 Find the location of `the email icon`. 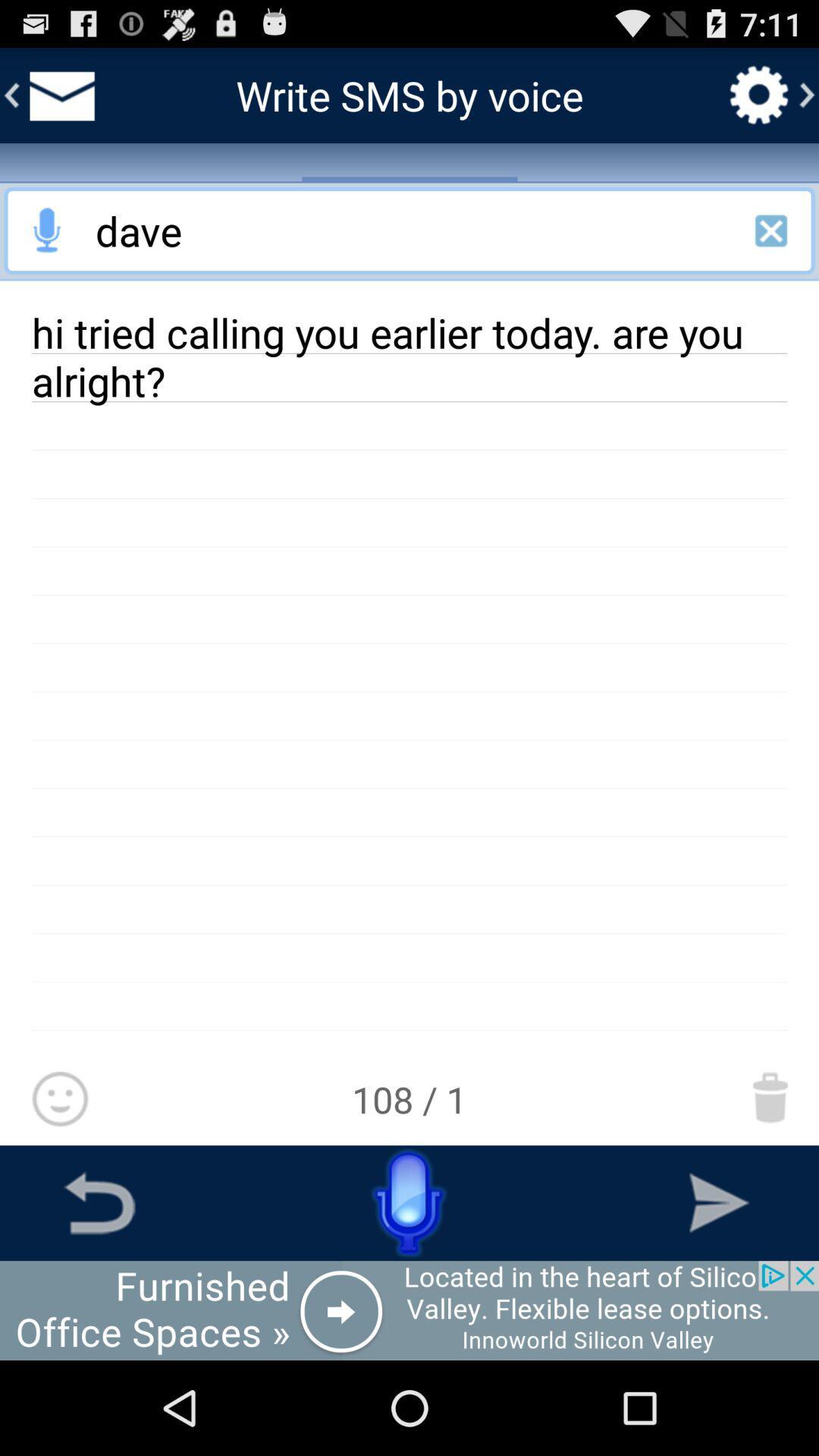

the email icon is located at coordinates (58, 101).